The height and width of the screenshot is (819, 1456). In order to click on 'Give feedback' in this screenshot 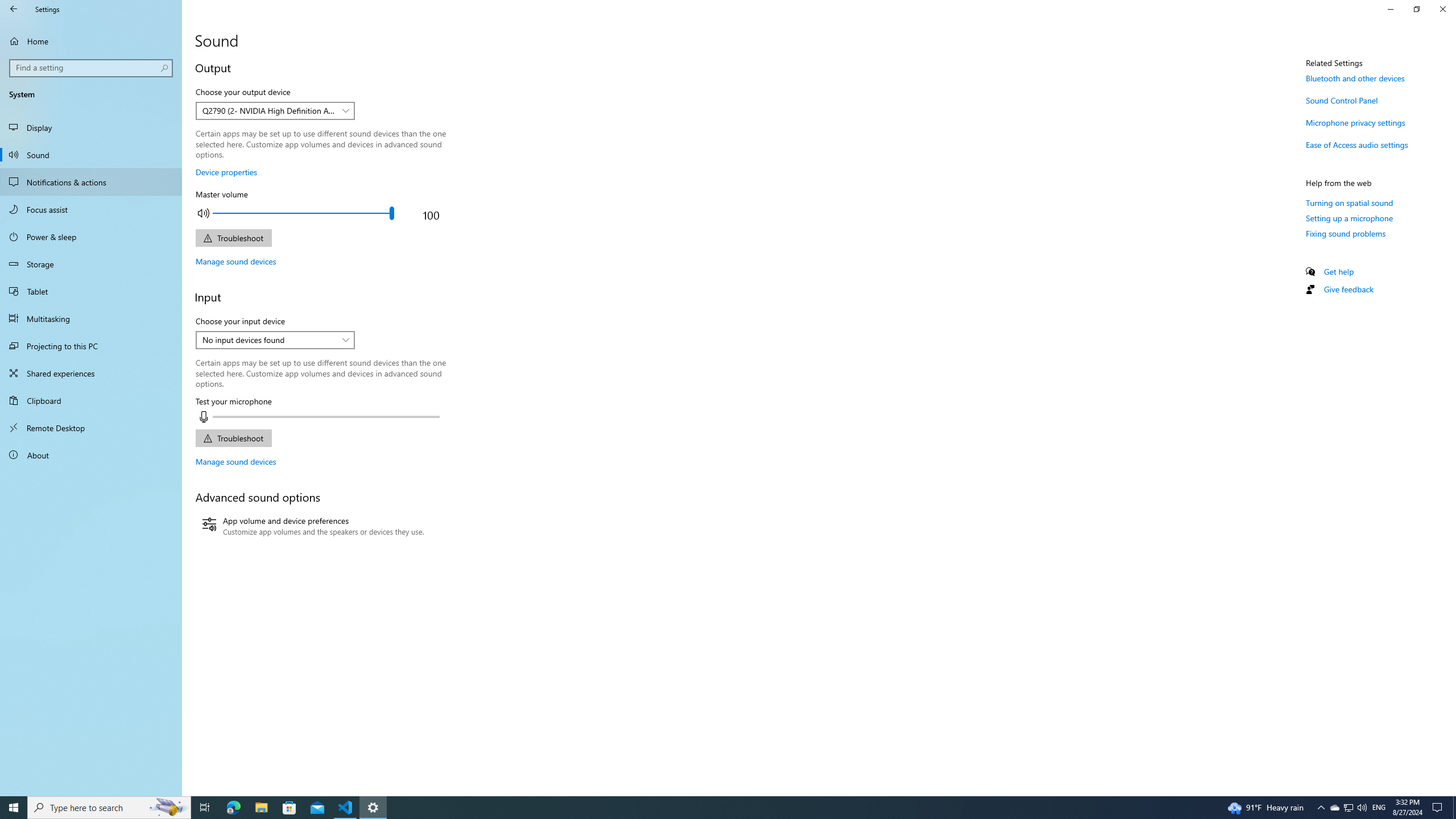, I will do `click(1347, 289)`.